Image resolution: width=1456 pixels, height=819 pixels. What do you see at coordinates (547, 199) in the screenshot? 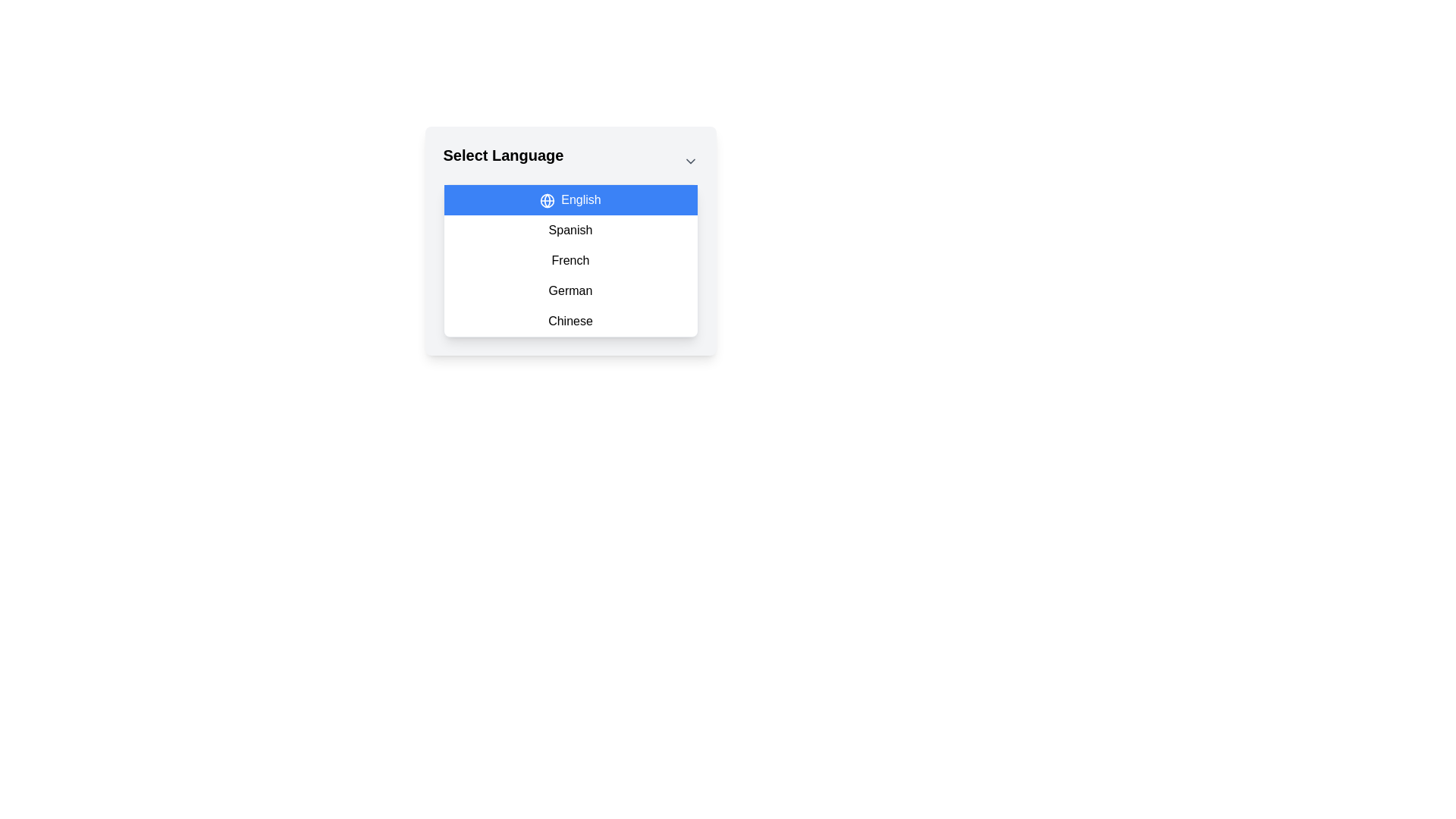
I see `the language selection icon located to the left of the 'English' text within the dropdown menu, which serves as a visual indicator for language selection` at bounding box center [547, 199].